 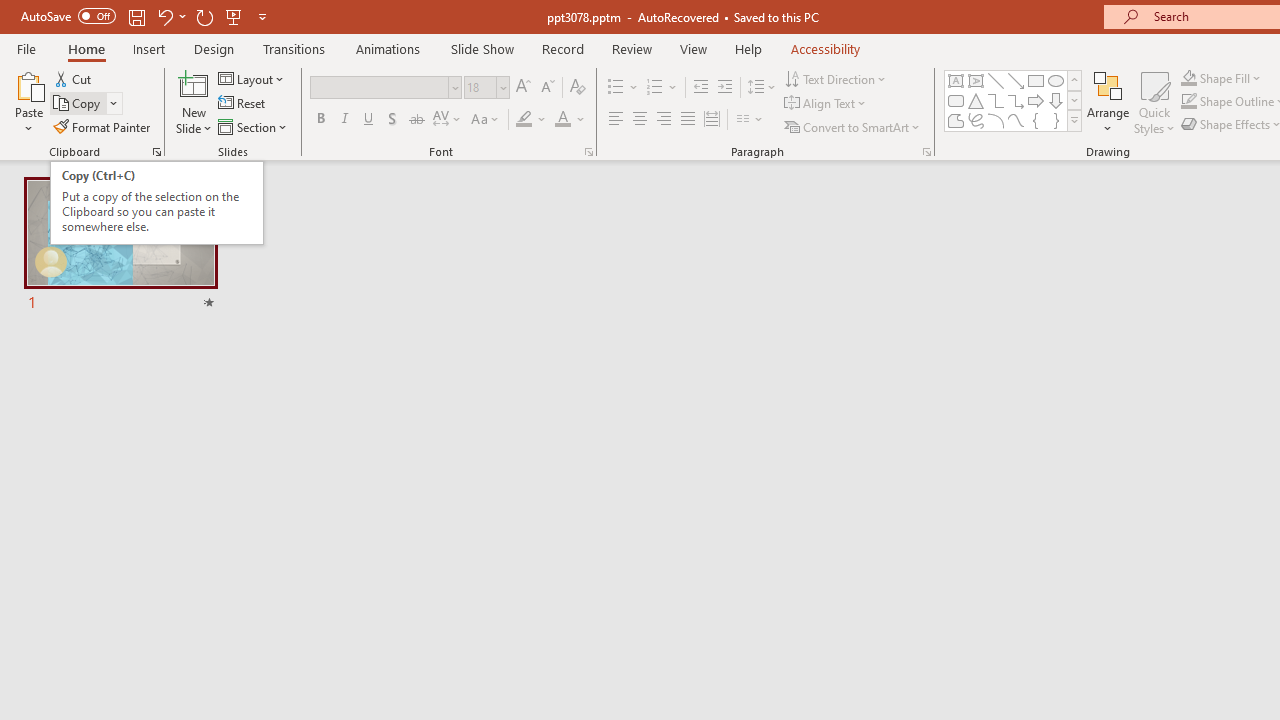 What do you see at coordinates (569, 119) in the screenshot?
I see `'Font Color'` at bounding box center [569, 119].